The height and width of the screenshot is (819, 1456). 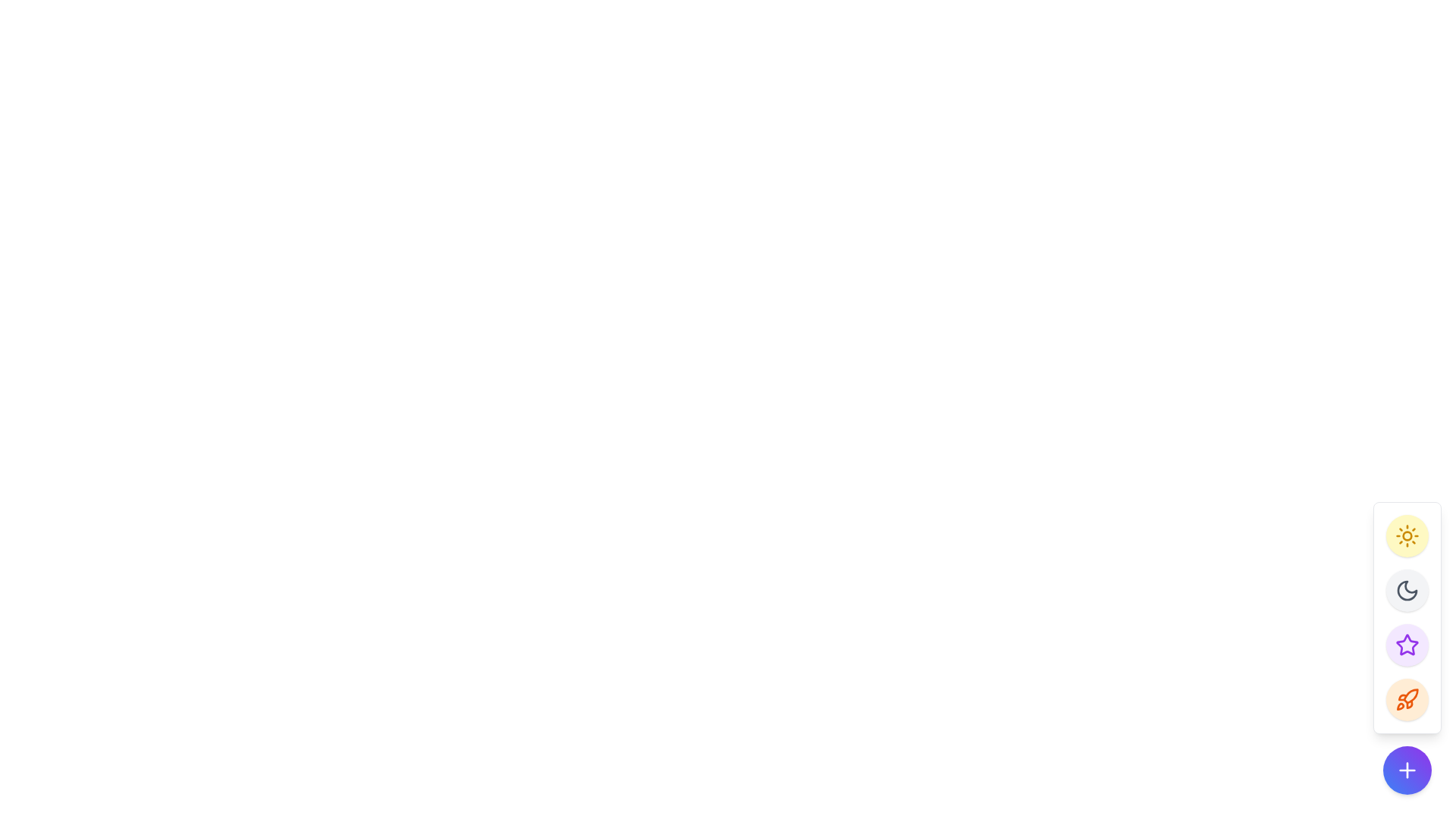 What do you see at coordinates (1407, 699) in the screenshot?
I see `the circular button with an orange background and a rocket-shaped icon for keyboard interaction` at bounding box center [1407, 699].